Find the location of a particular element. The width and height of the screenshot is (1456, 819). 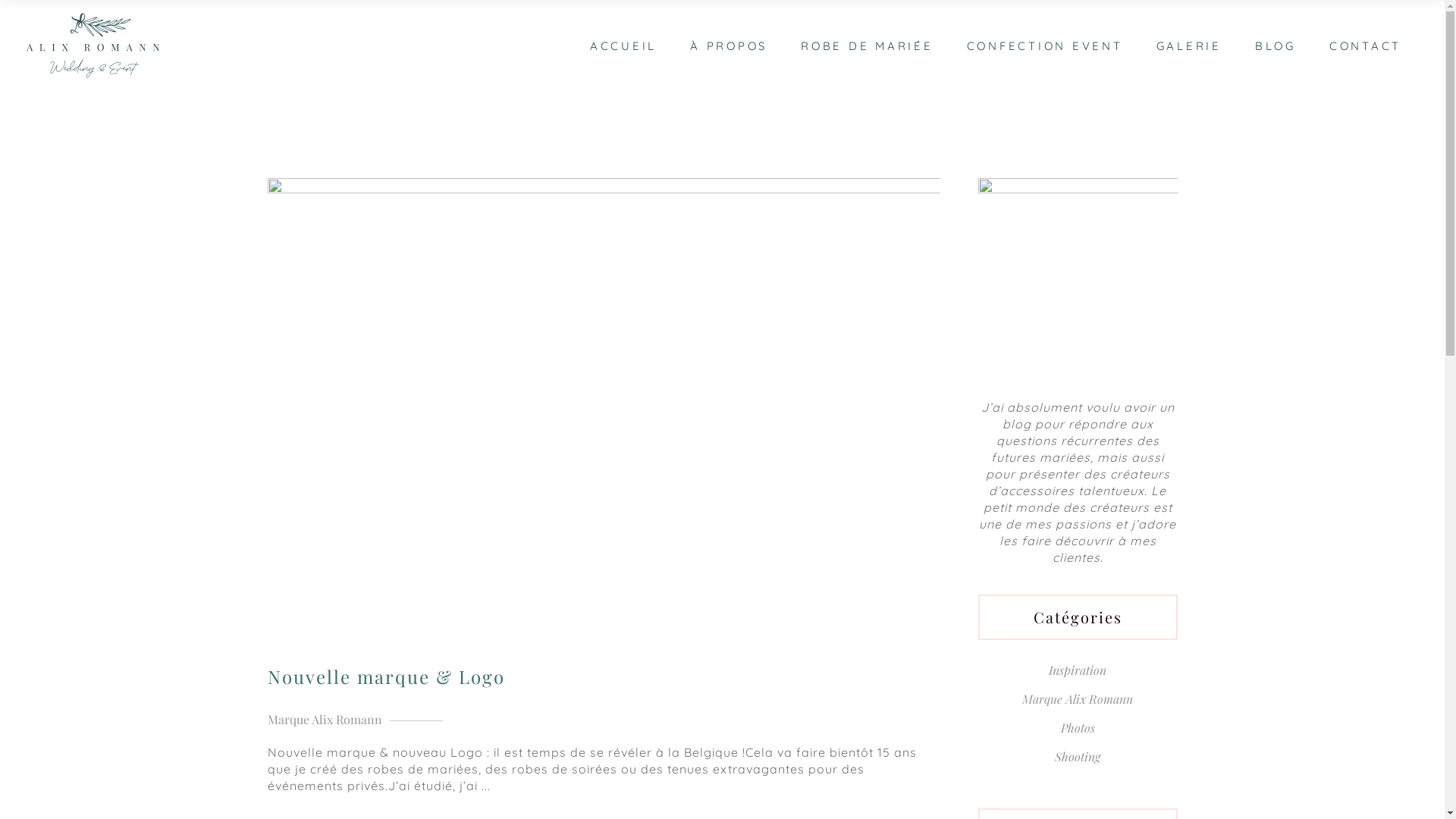

'Shooting' is located at coordinates (1076, 755).